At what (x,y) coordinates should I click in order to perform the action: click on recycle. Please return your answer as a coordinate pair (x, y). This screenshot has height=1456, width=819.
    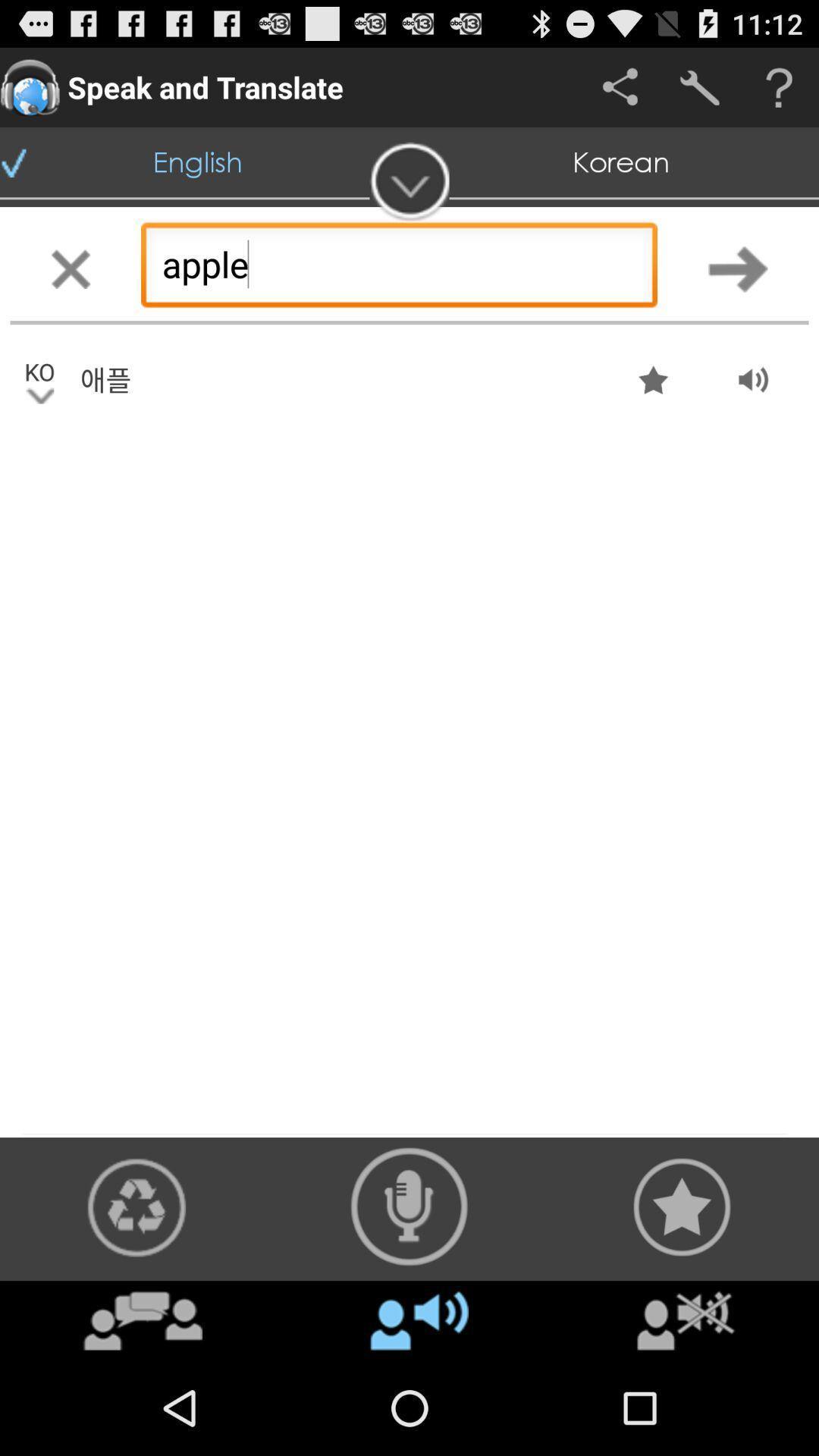
    Looking at the image, I should click on (136, 1206).